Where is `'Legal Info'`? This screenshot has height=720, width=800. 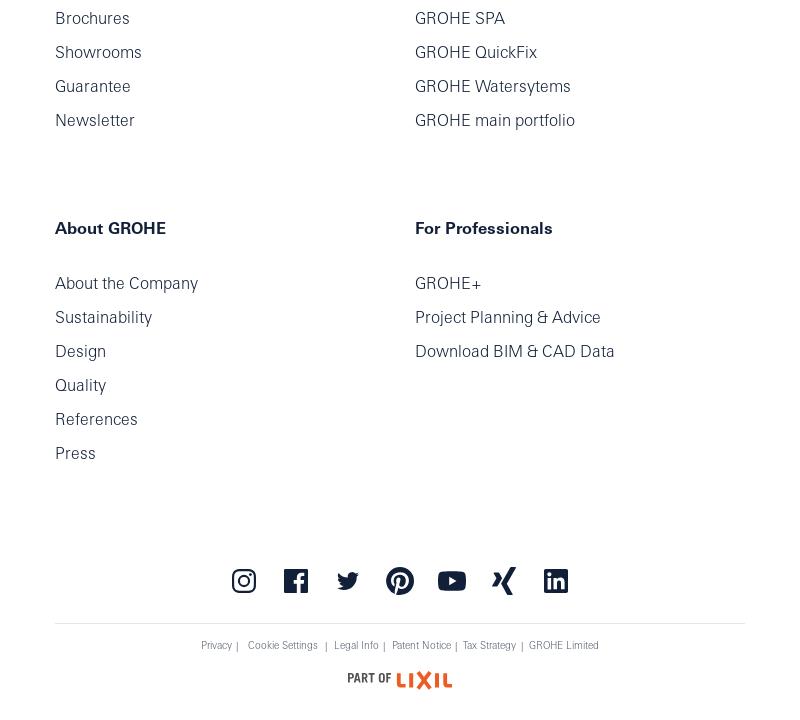
'Legal Info' is located at coordinates (355, 644).